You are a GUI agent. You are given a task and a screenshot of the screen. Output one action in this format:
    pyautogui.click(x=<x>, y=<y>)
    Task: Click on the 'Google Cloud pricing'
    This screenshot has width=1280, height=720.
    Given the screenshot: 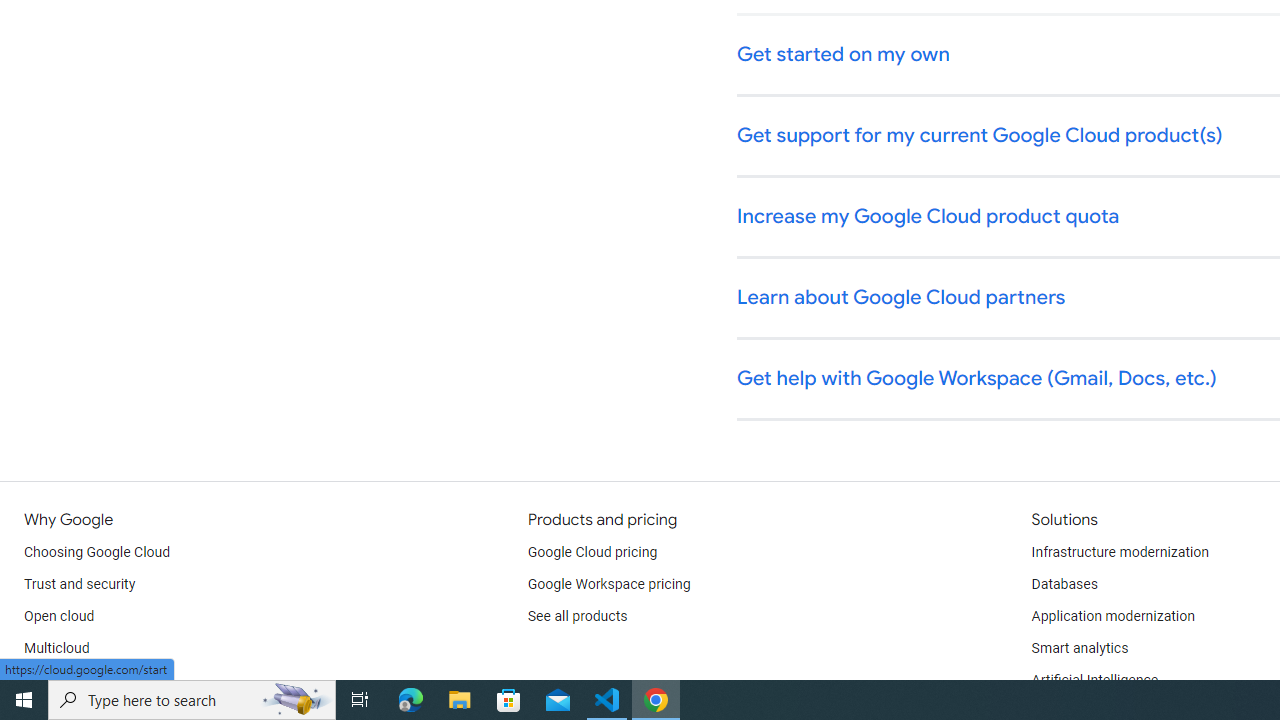 What is the action you would take?
    pyautogui.click(x=591, y=552)
    